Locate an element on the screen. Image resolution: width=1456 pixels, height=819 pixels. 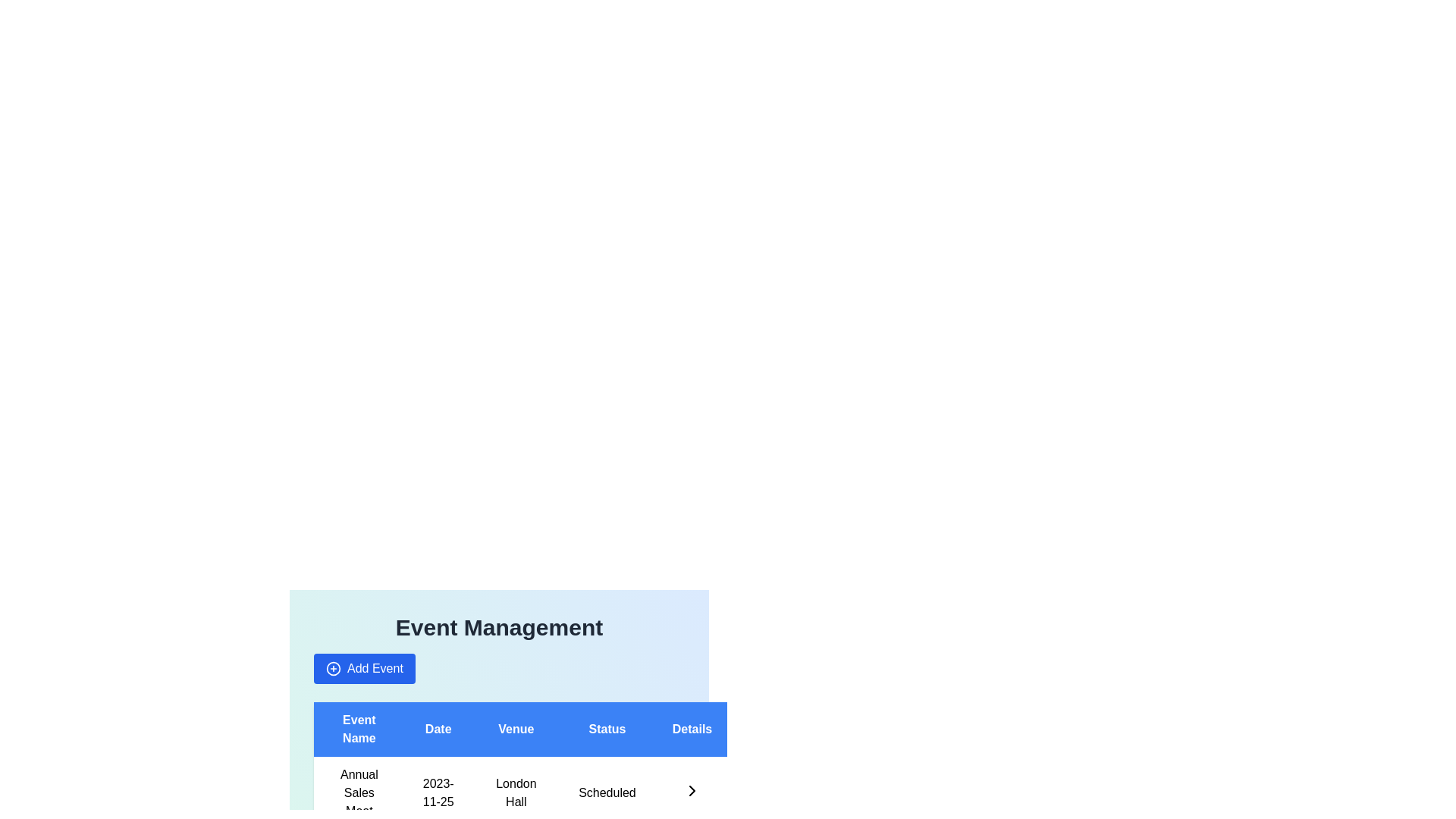
the 'Add Event' button, which is a rectangular button with rounded corners, a blue background, and white text, located below the heading 'Event Management.' is located at coordinates (364, 668).